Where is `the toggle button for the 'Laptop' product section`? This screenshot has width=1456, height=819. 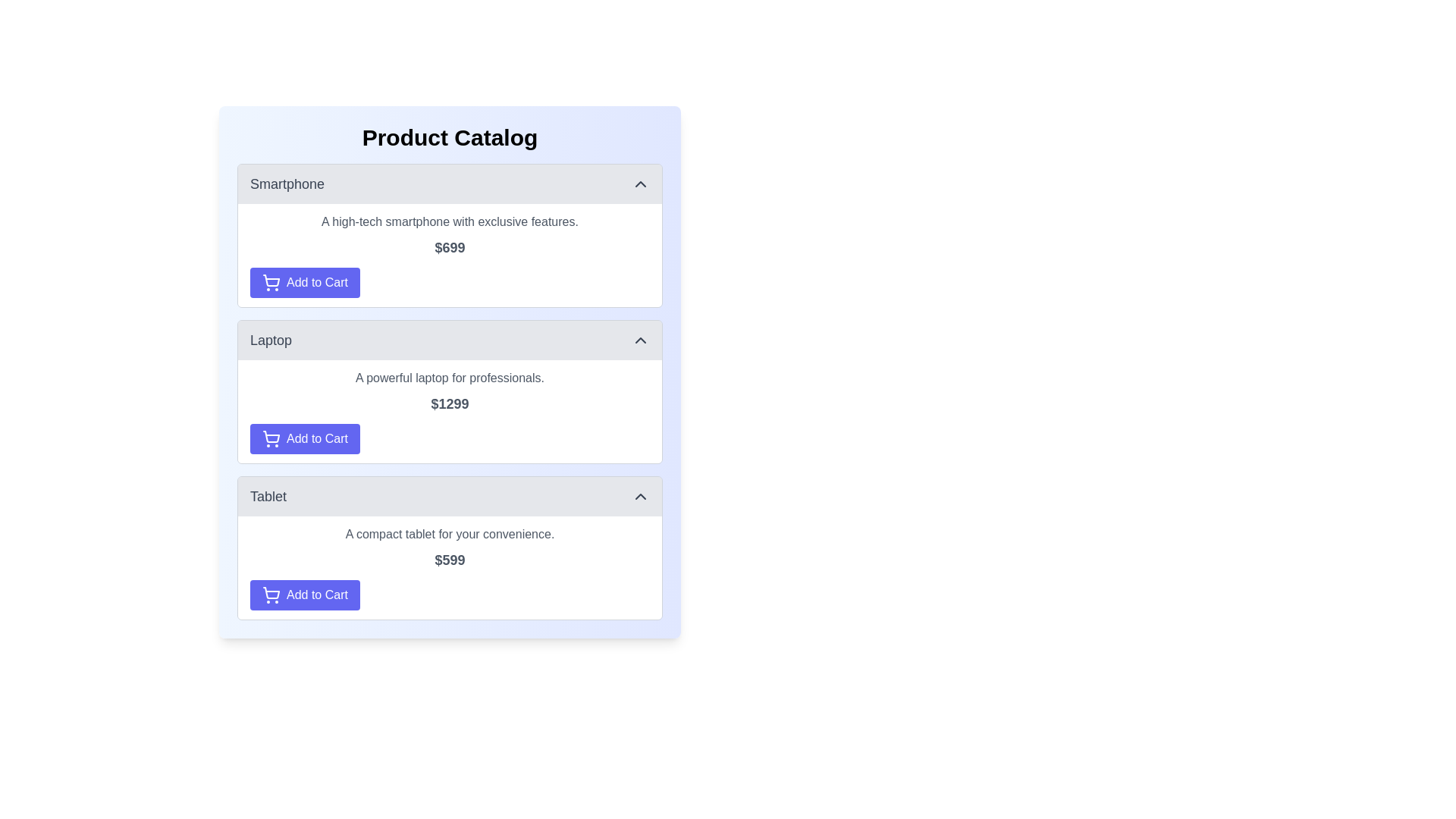 the toggle button for the 'Laptop' product section is located at coordinates (449, 339).